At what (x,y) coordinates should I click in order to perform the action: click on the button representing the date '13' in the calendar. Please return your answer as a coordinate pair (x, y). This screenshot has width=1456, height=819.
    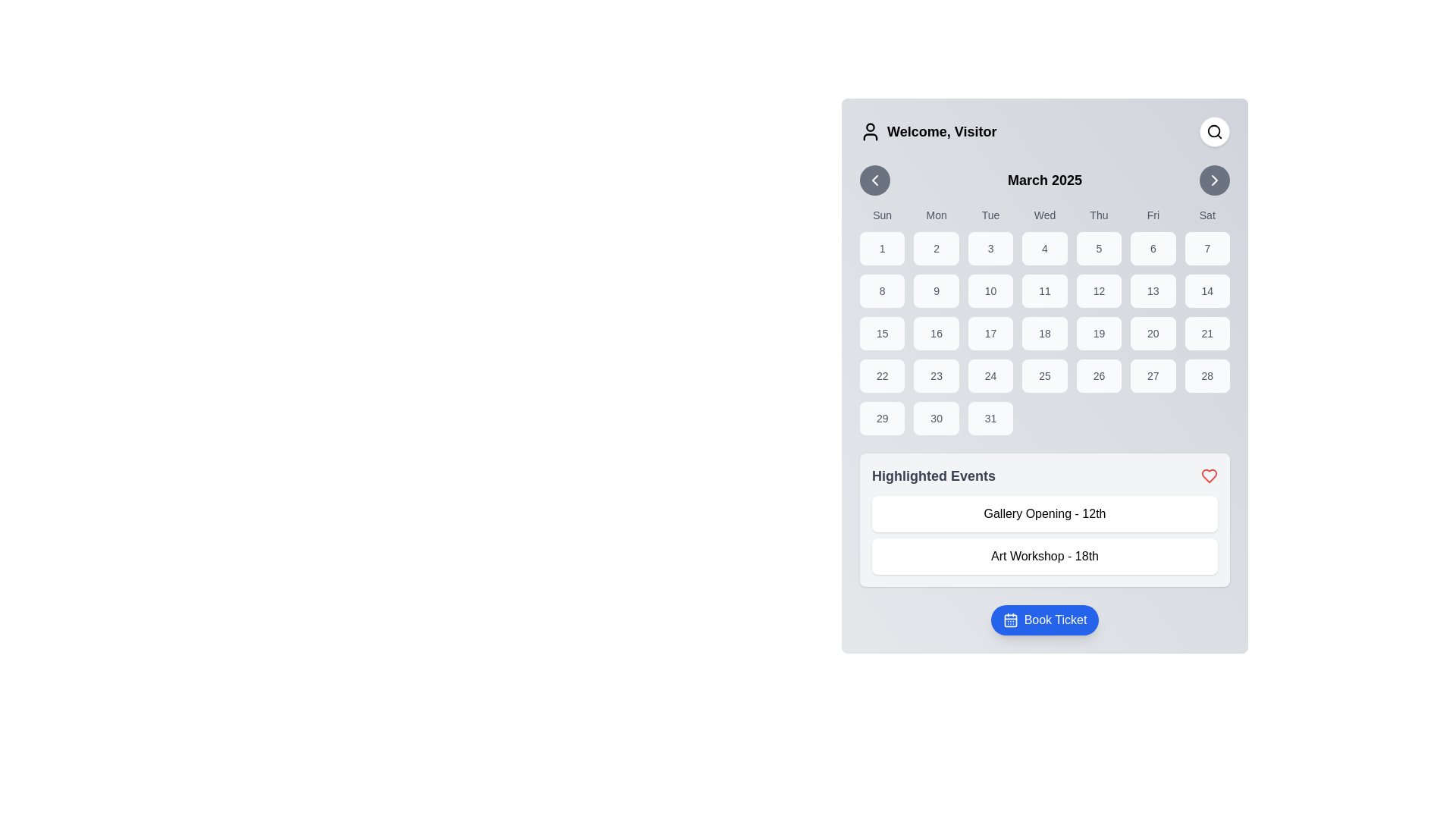
    Looking at the image, I should click on (1153, 291).